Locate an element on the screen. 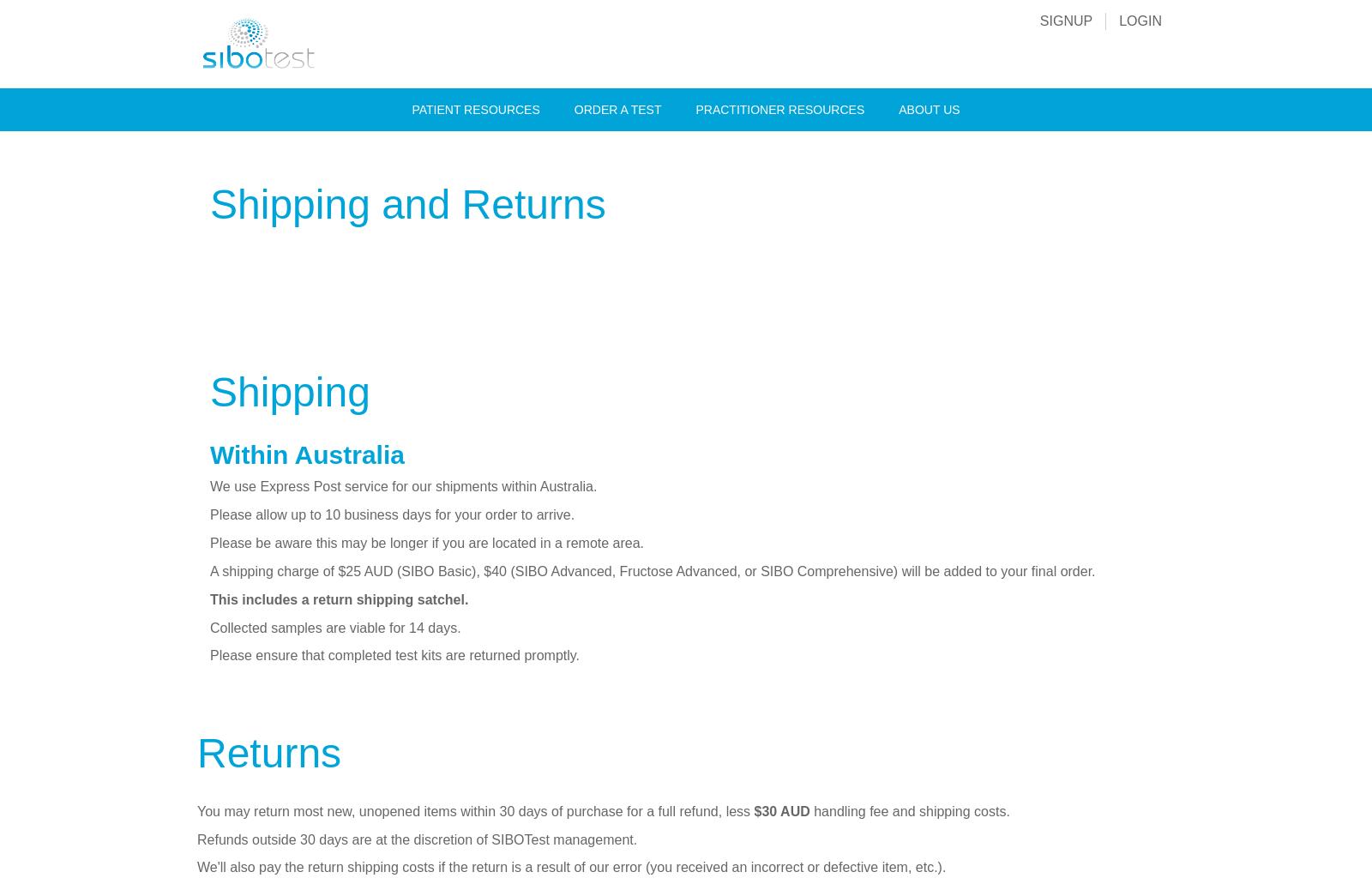 Image resolution: width=1372 pixels, height=890 pixels. 'Patient Resources' is located at coordinates (474, 108).